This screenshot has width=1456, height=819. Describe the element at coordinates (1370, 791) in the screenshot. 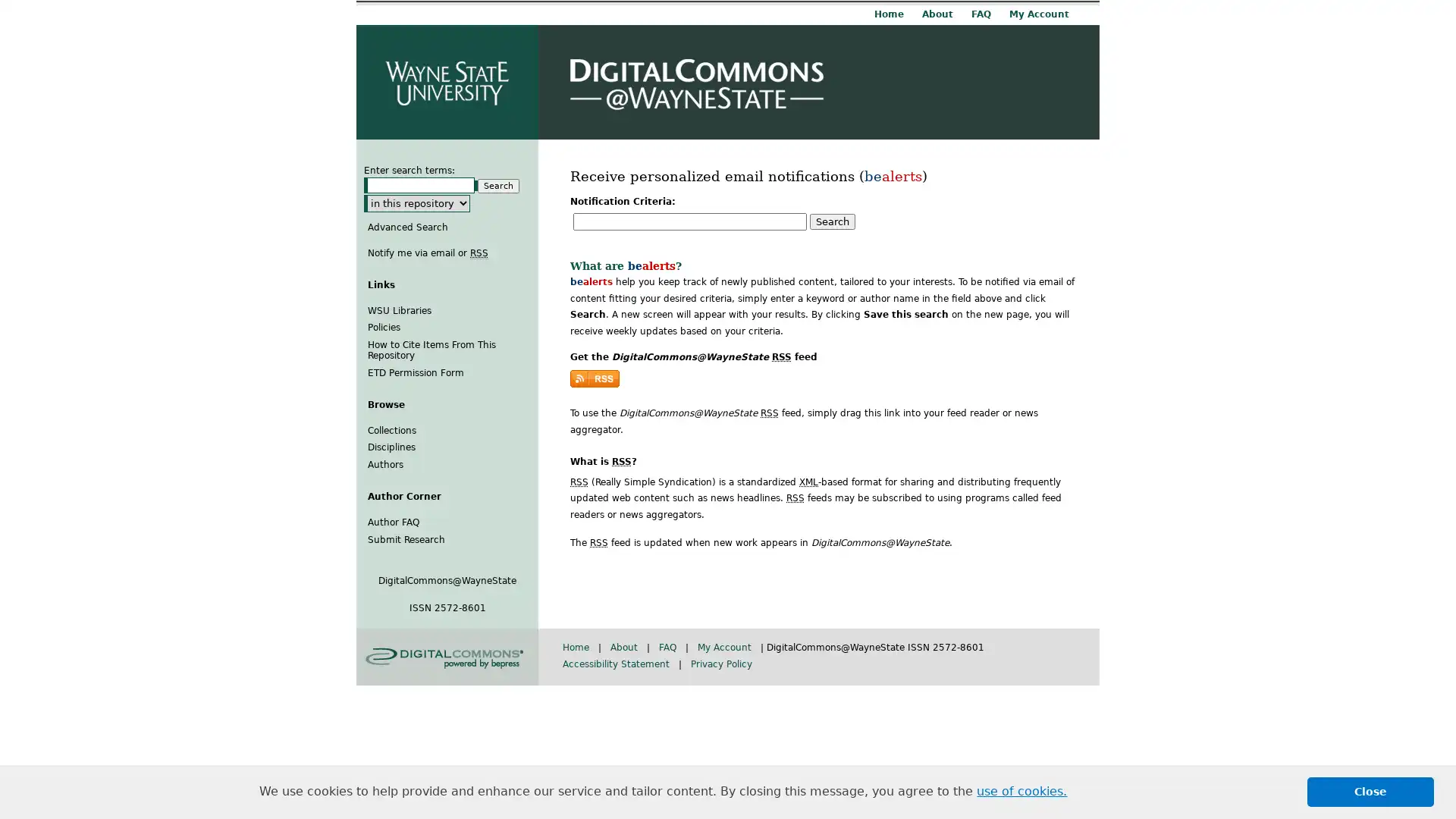

I see `dismiss cookie message` at that location.